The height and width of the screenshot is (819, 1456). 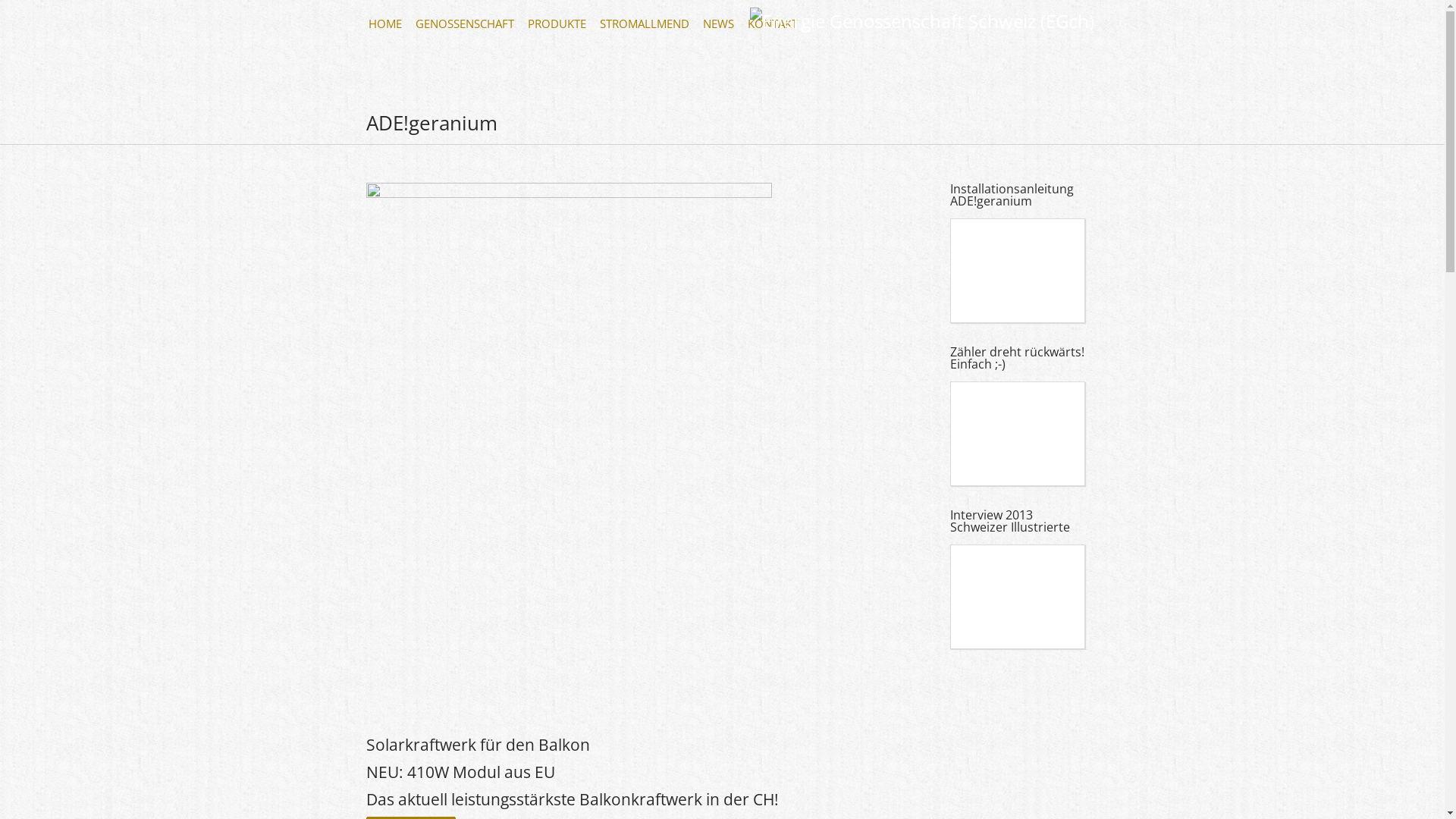 What do you see at coordinates (1068, 281) in the screenshot?
I see `'YouTube video player'` at bounding box center [1068, 281].